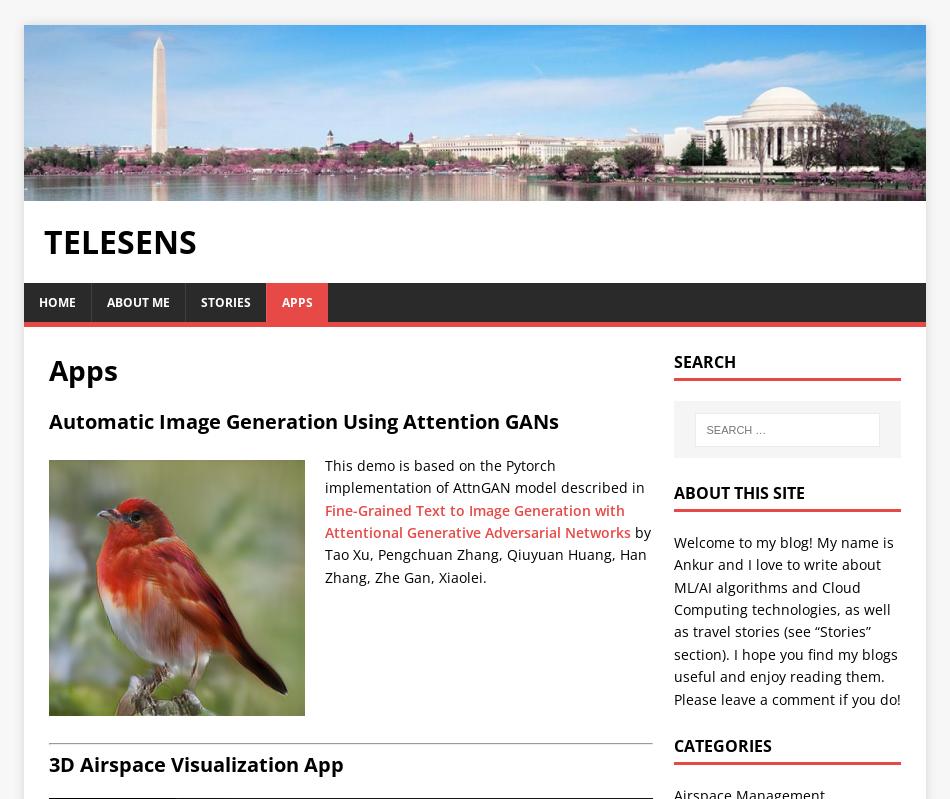  What do you see at coordinates (43, 240) in the screenshot?
I see `'Telesens'` at bounding box center [43, 240].